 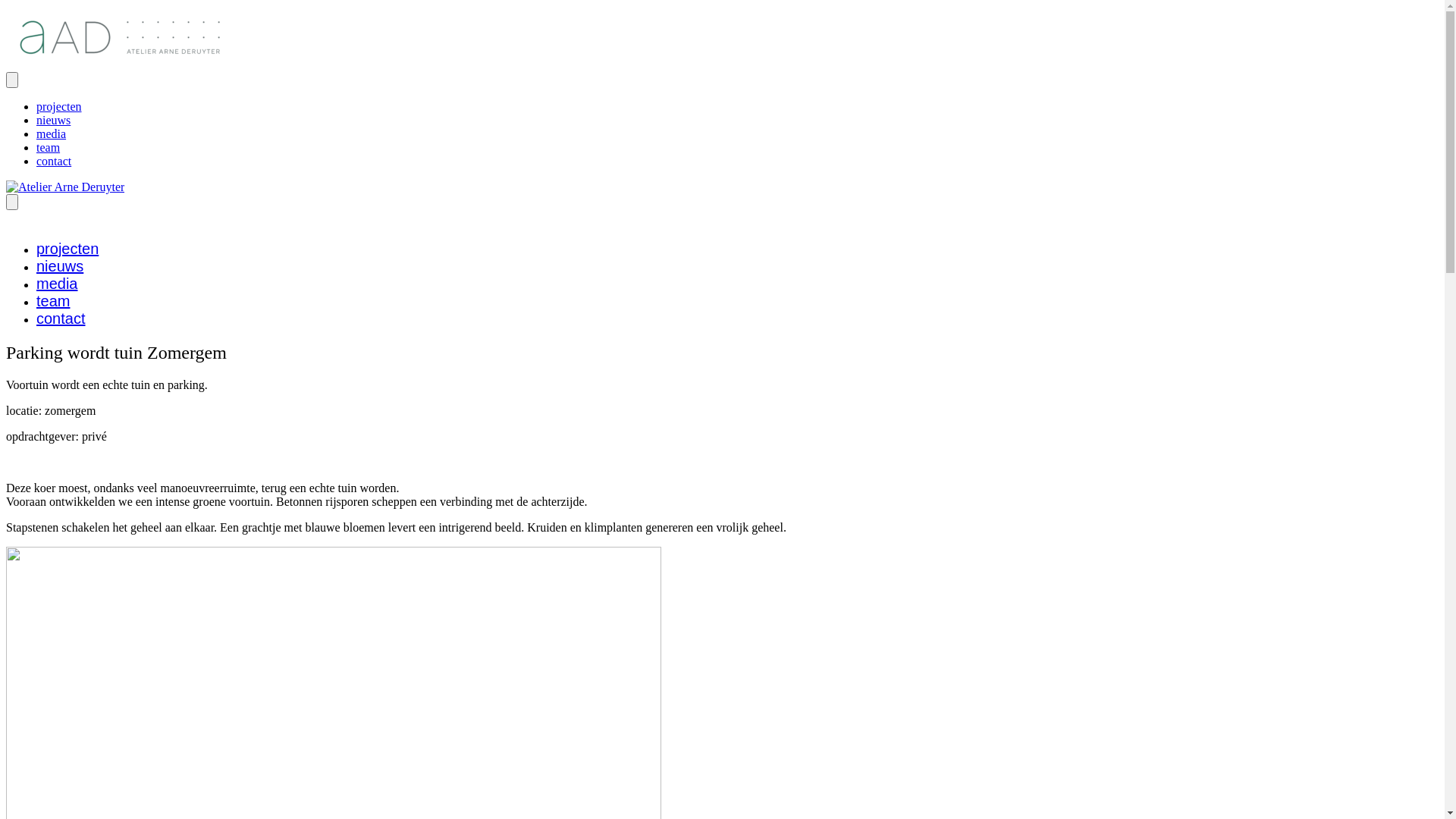 What do you see at coordinates (53, 119) in the screenshot?
I see `'nieuws'` at bounding box center [53, 119].